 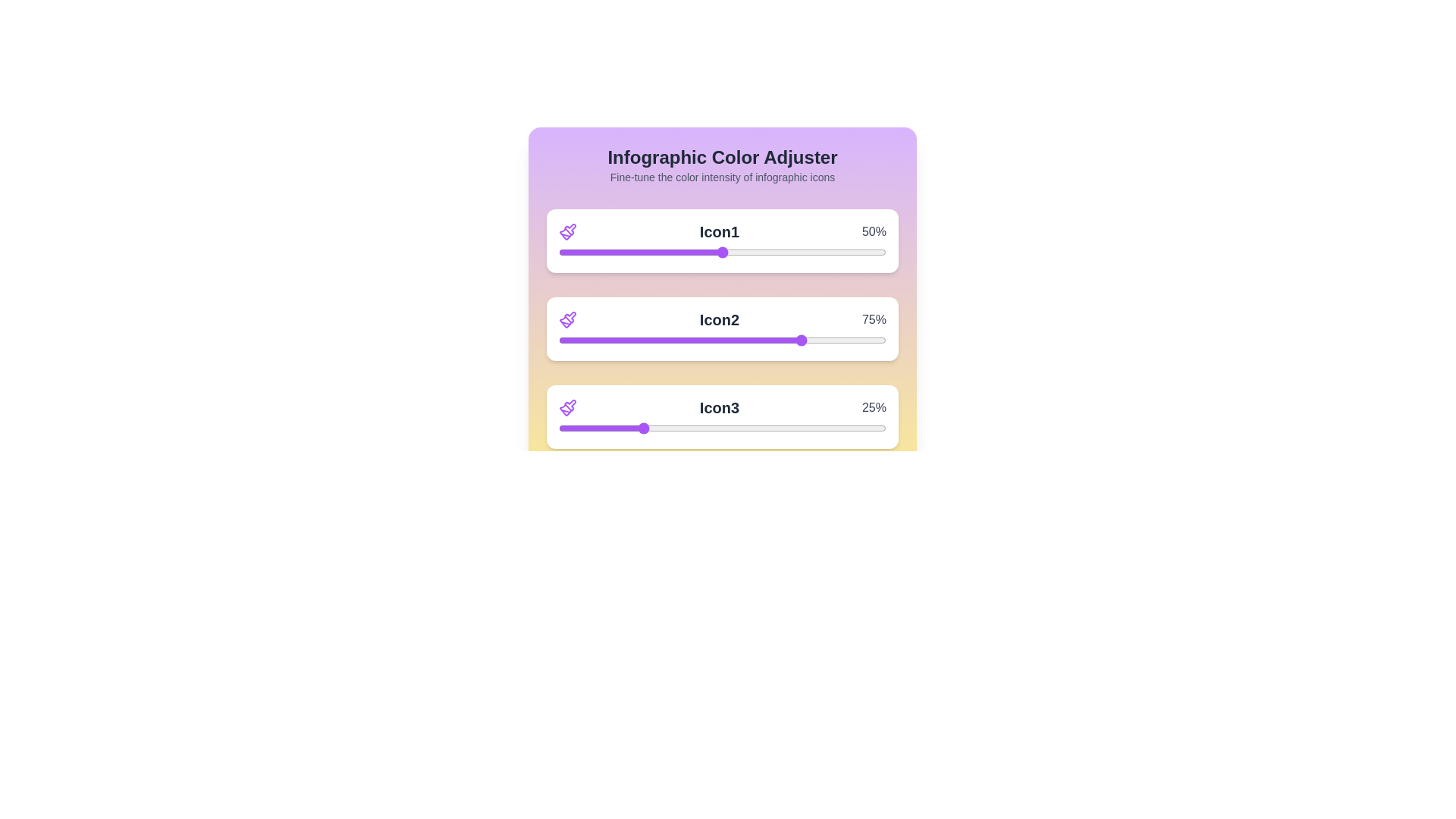 What do you see at coordinates (719, 231) in the screenshot?
I see `the label of Icon1 to focus on its description` at bounding box center [719, 231].